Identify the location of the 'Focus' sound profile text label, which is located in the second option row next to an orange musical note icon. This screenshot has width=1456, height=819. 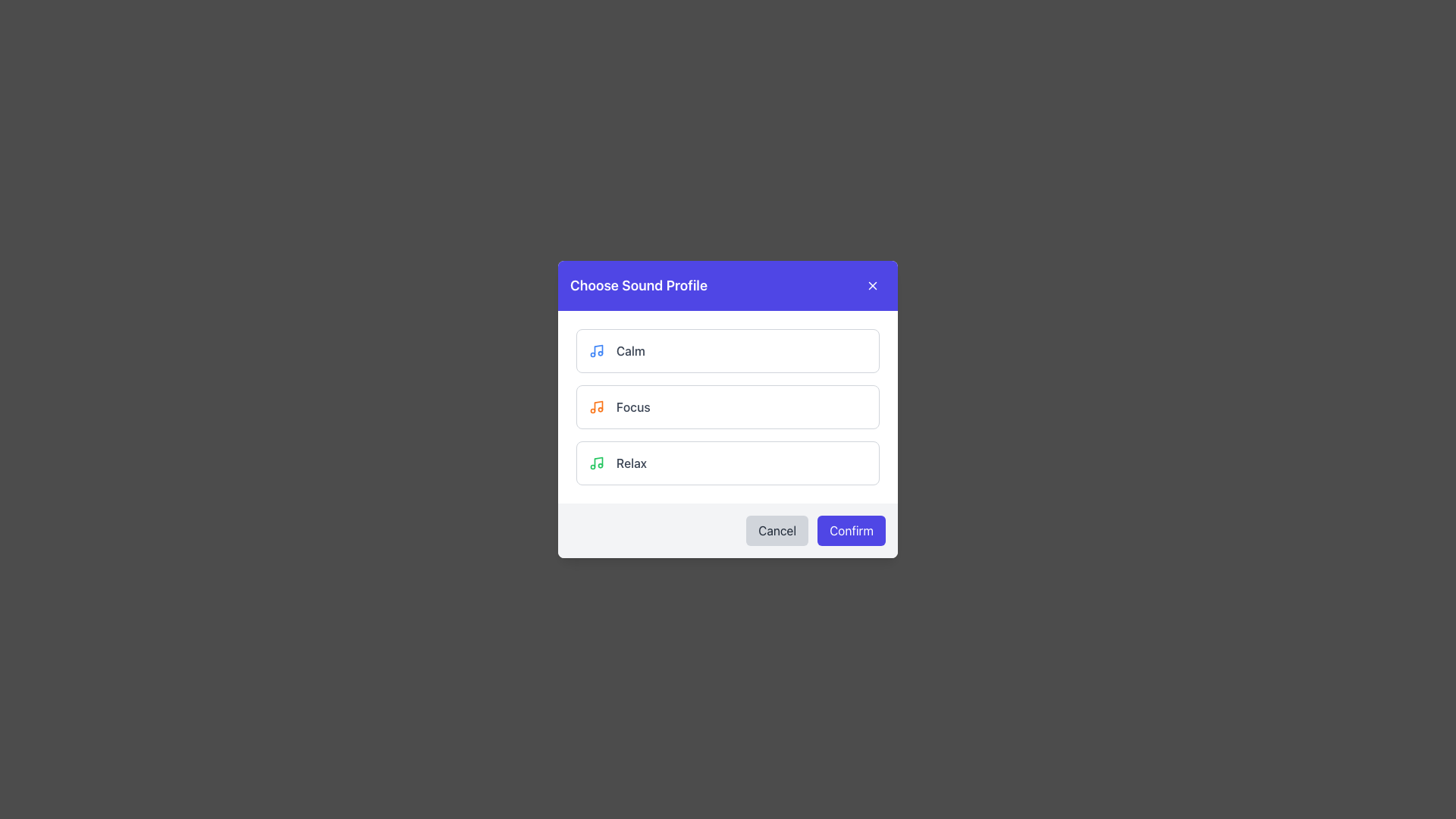
(633, 406).